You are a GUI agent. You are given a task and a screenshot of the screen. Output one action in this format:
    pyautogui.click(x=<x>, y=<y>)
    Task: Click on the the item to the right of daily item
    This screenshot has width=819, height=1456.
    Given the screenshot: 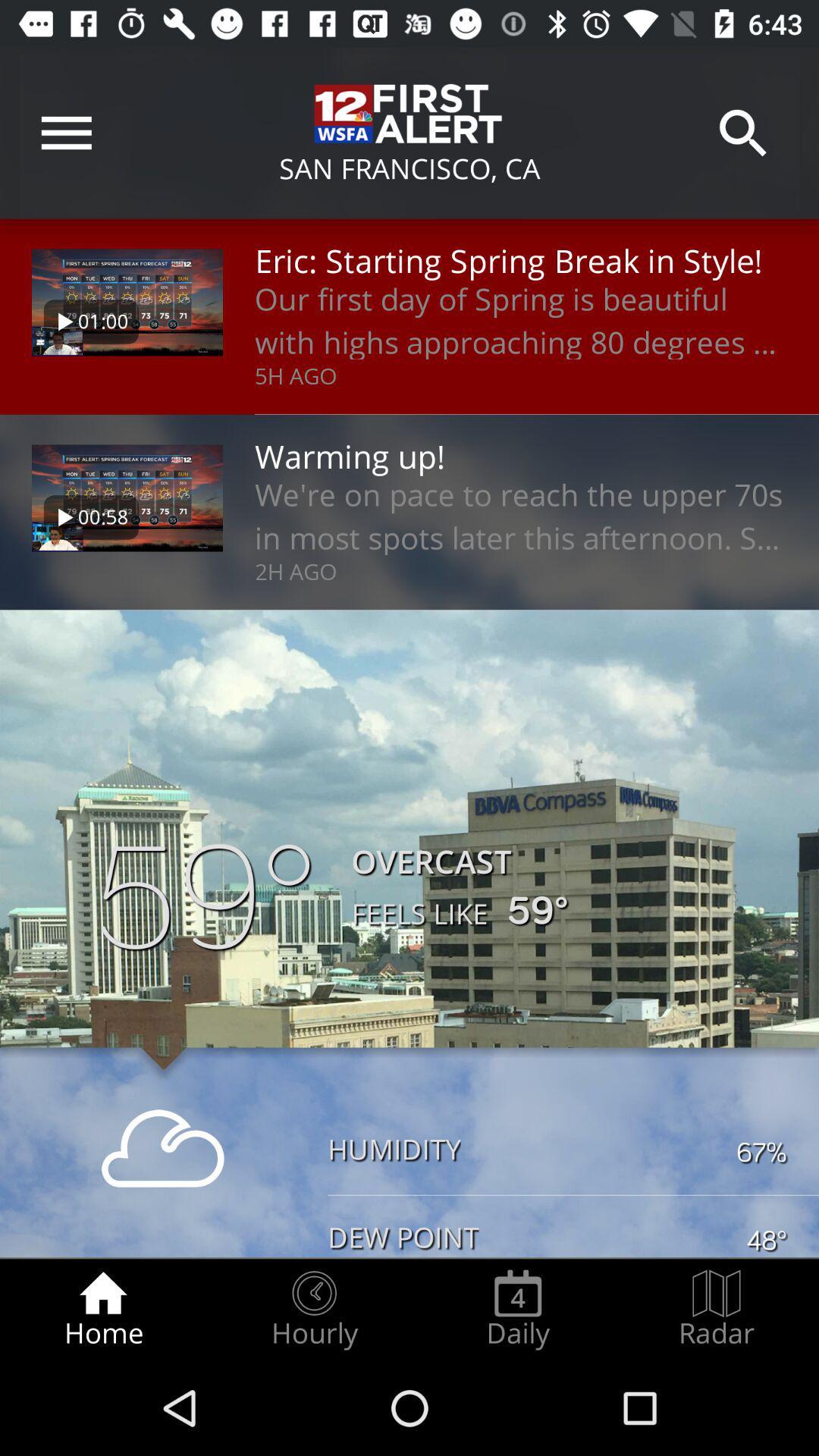 What is the action you would take?
    pyautogui.click(x=717, y=1309)
    